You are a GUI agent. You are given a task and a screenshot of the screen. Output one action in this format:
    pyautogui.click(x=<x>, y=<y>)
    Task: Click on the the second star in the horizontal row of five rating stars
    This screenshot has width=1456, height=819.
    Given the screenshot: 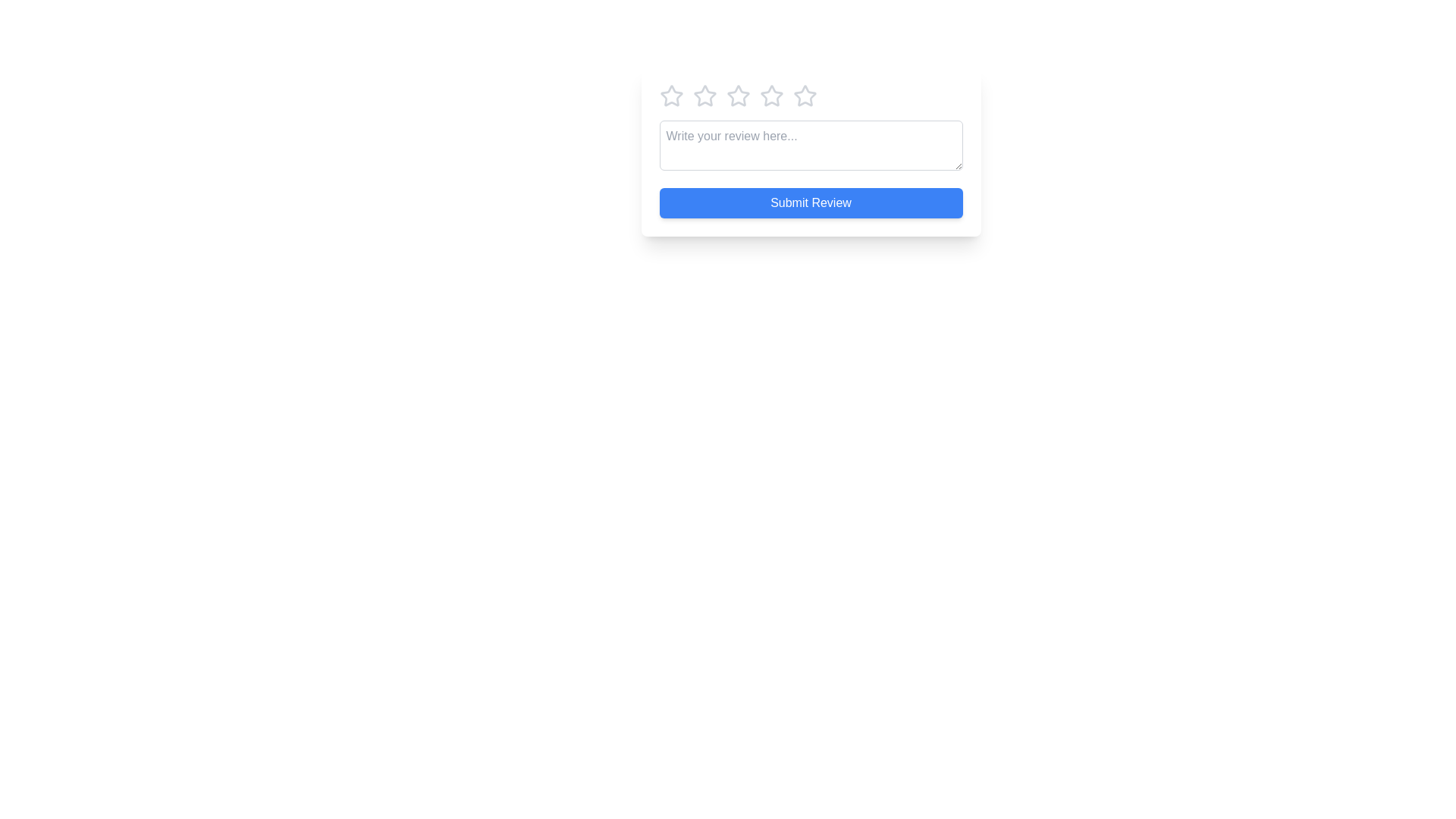 What is the action you would take?
    pyautogui.click(x=771, y=96)
    